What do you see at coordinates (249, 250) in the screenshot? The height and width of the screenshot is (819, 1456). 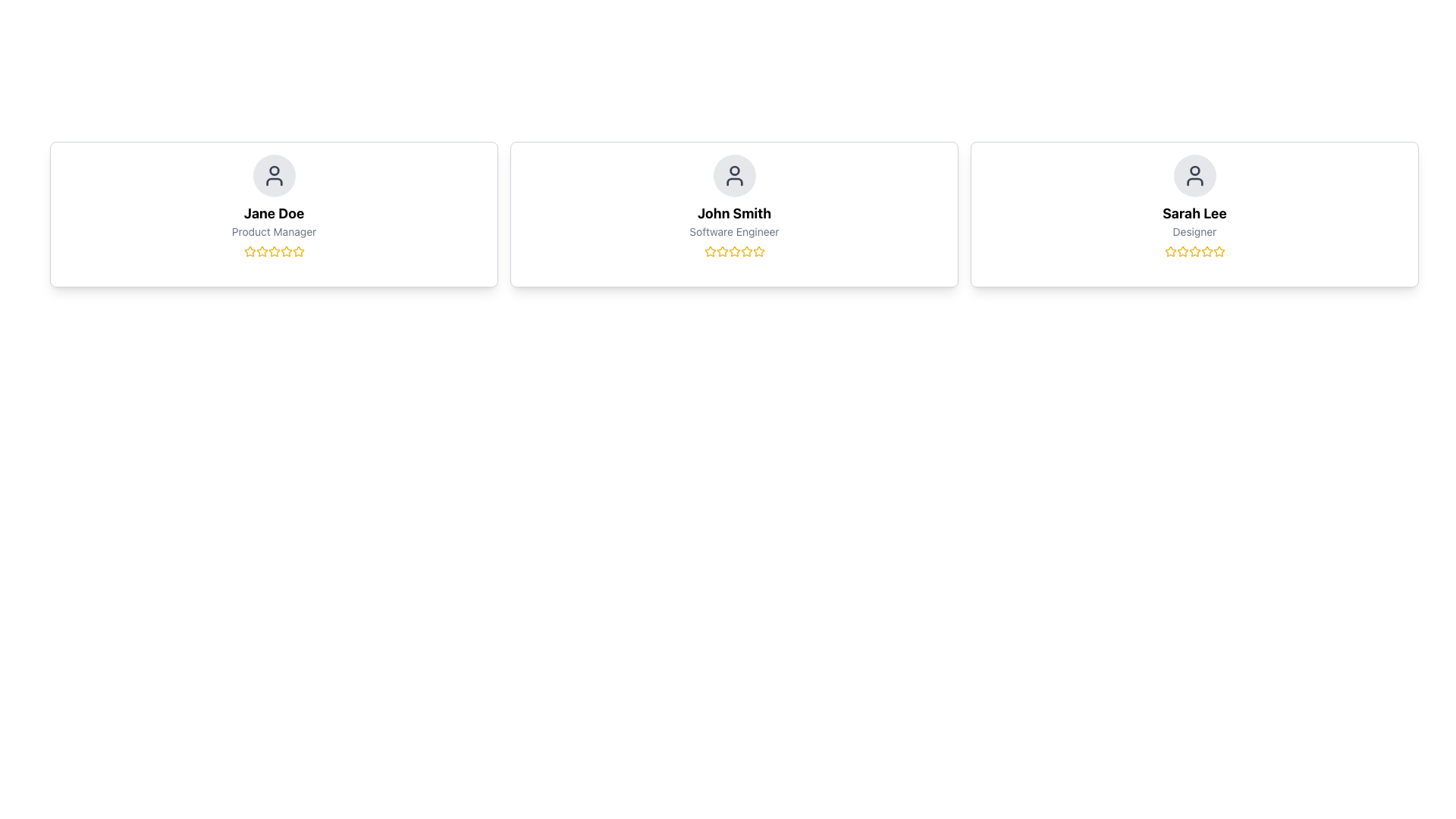 I see `the left-most star-shaped icon in the rating section below 'Jane Doe' and 'Product Manager' to rate it` at bounding box center [249, 250].